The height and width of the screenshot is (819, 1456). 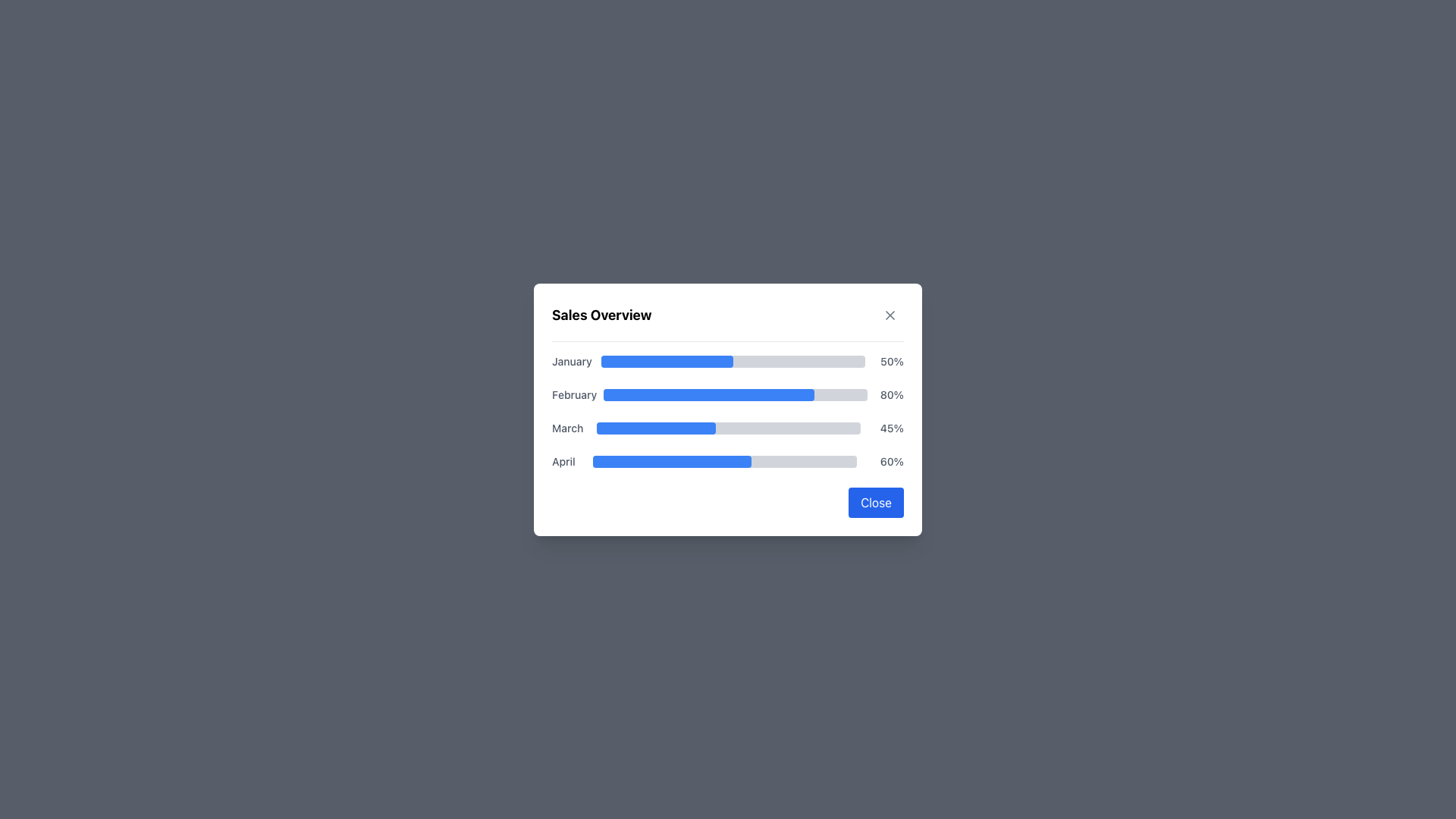 I want to click on the static label text that indicates the percentage value next to the progress bar for 'January' in the 'Sales Overview' card, so click(x=889, y=361).